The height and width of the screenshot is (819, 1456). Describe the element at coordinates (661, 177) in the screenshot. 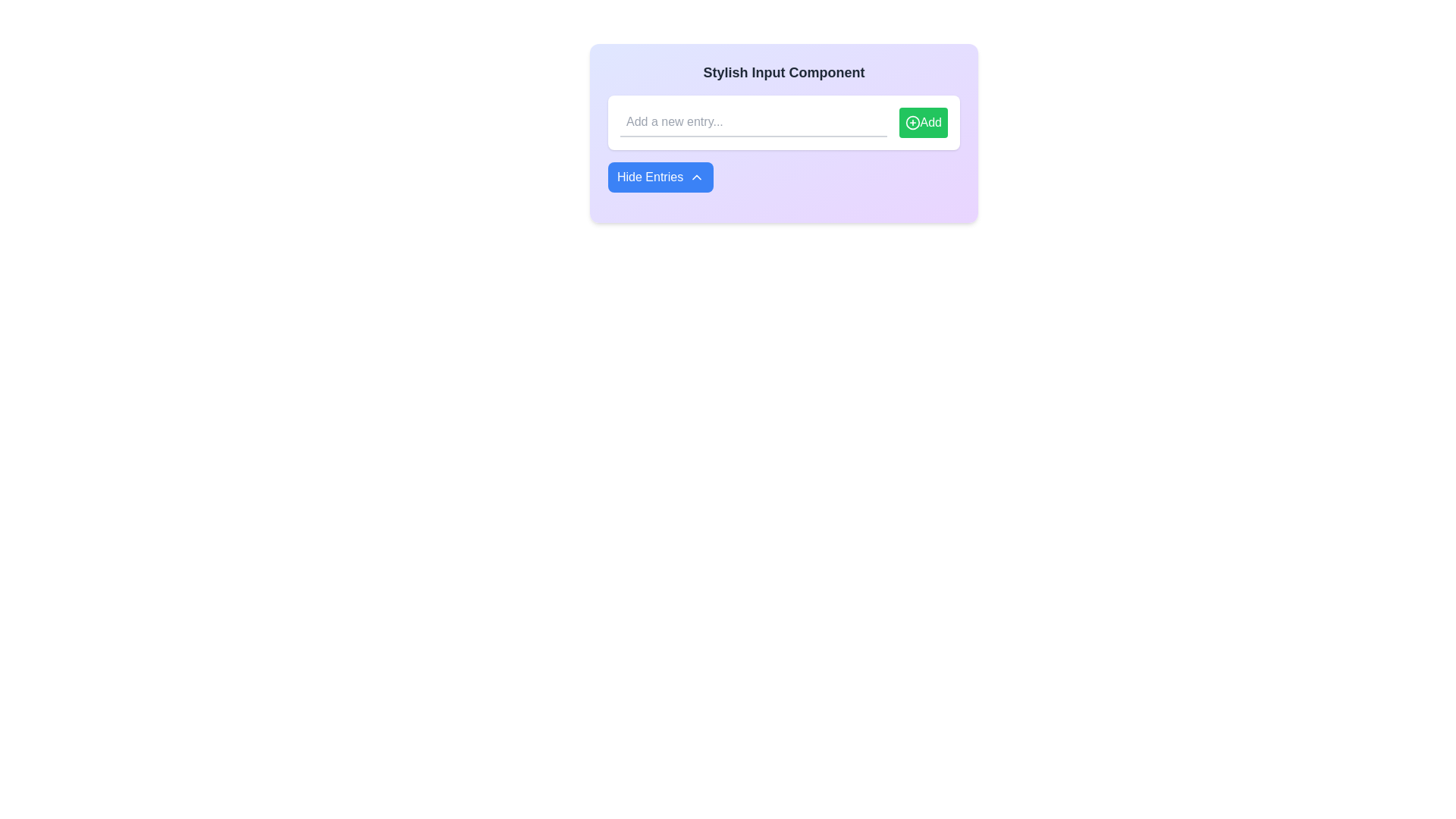

I see `the rectangular button with rounded corners that has a blue background and white text reading 'Hide Entries'` at that location.